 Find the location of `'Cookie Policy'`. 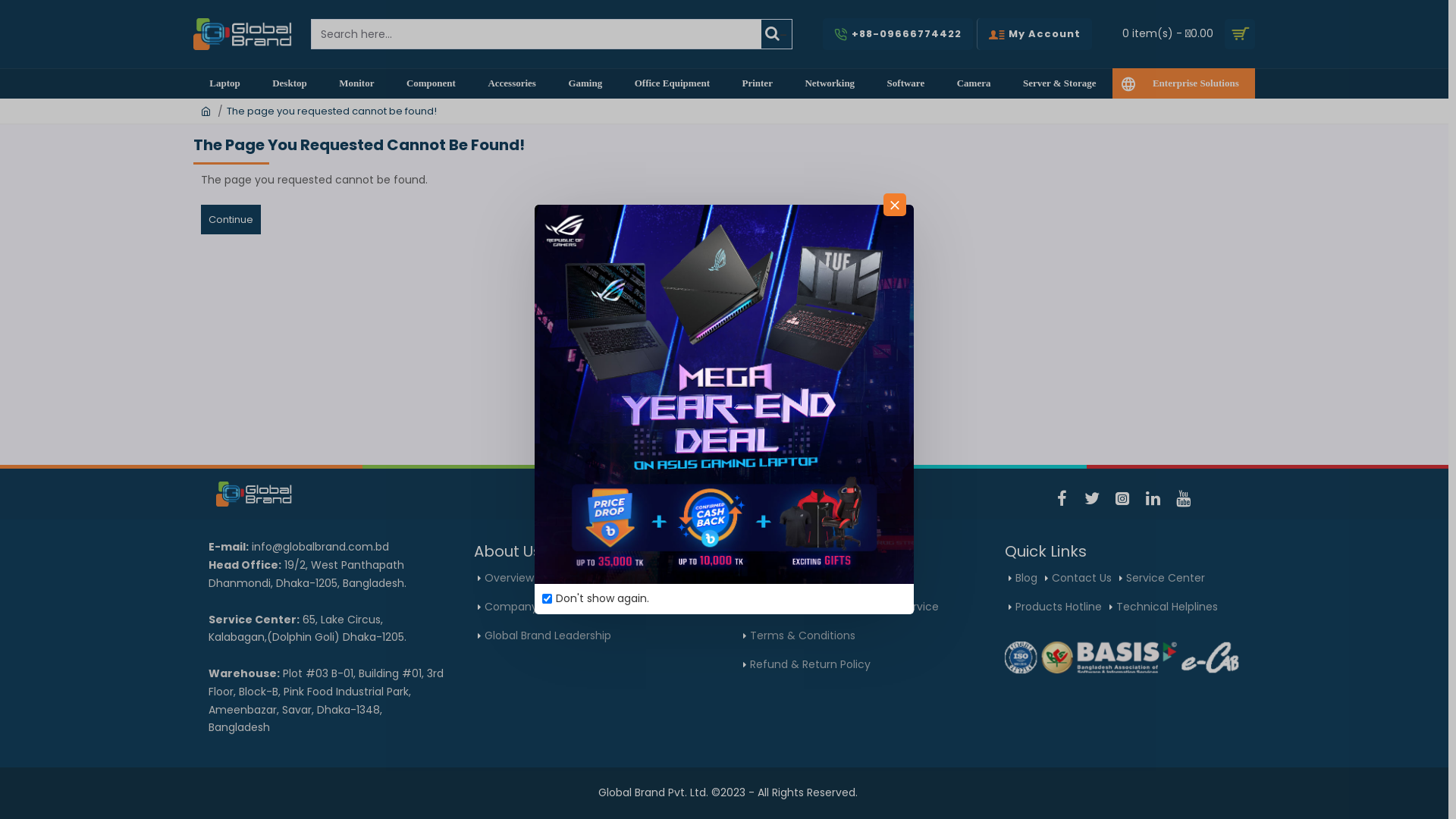

'Cookie Policy' is located at coordinates (781, 579).